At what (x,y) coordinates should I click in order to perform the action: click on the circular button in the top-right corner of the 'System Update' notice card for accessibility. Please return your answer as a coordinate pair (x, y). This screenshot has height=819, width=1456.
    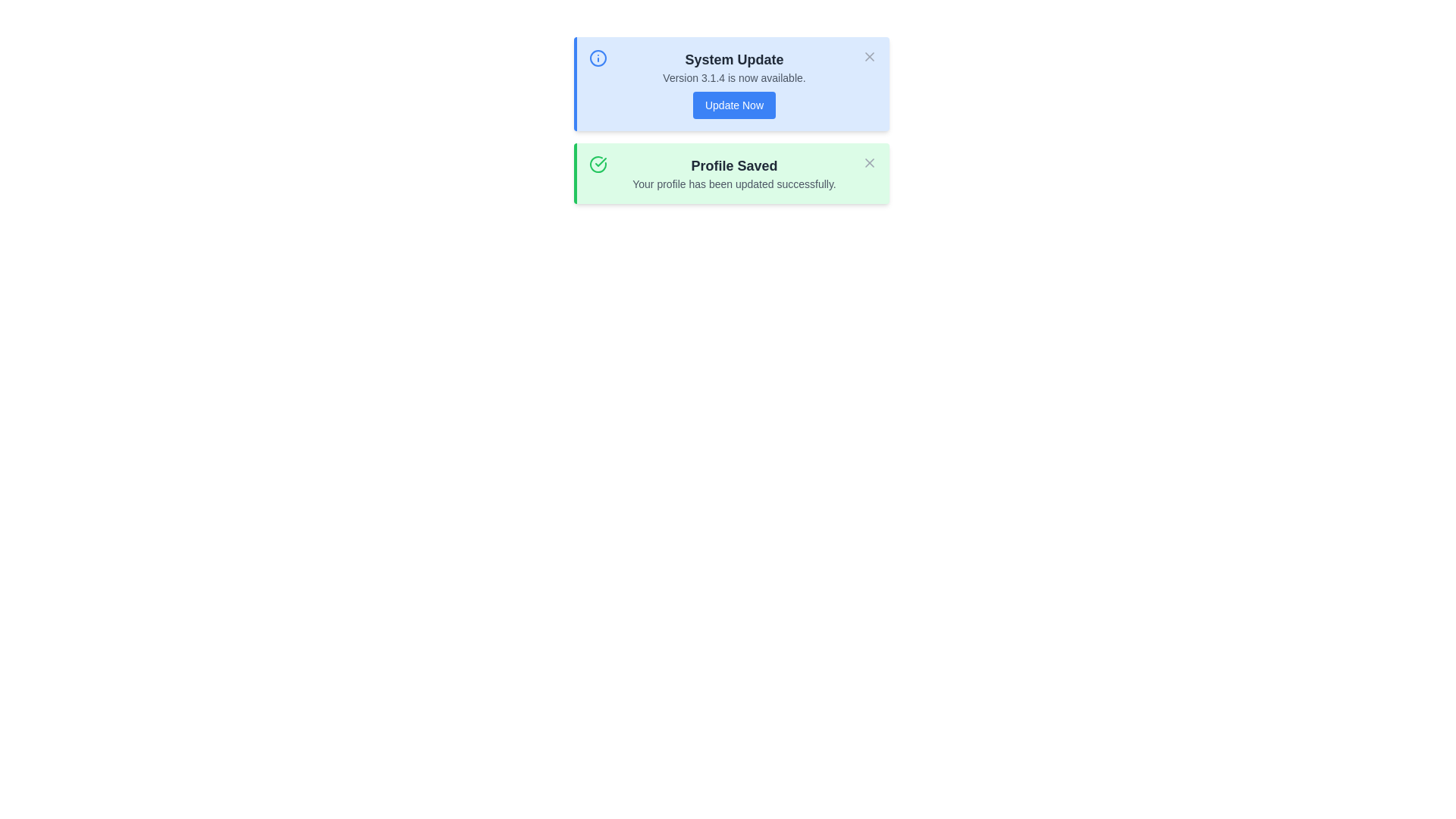
    Looking at the image, I should click on (869, 55).